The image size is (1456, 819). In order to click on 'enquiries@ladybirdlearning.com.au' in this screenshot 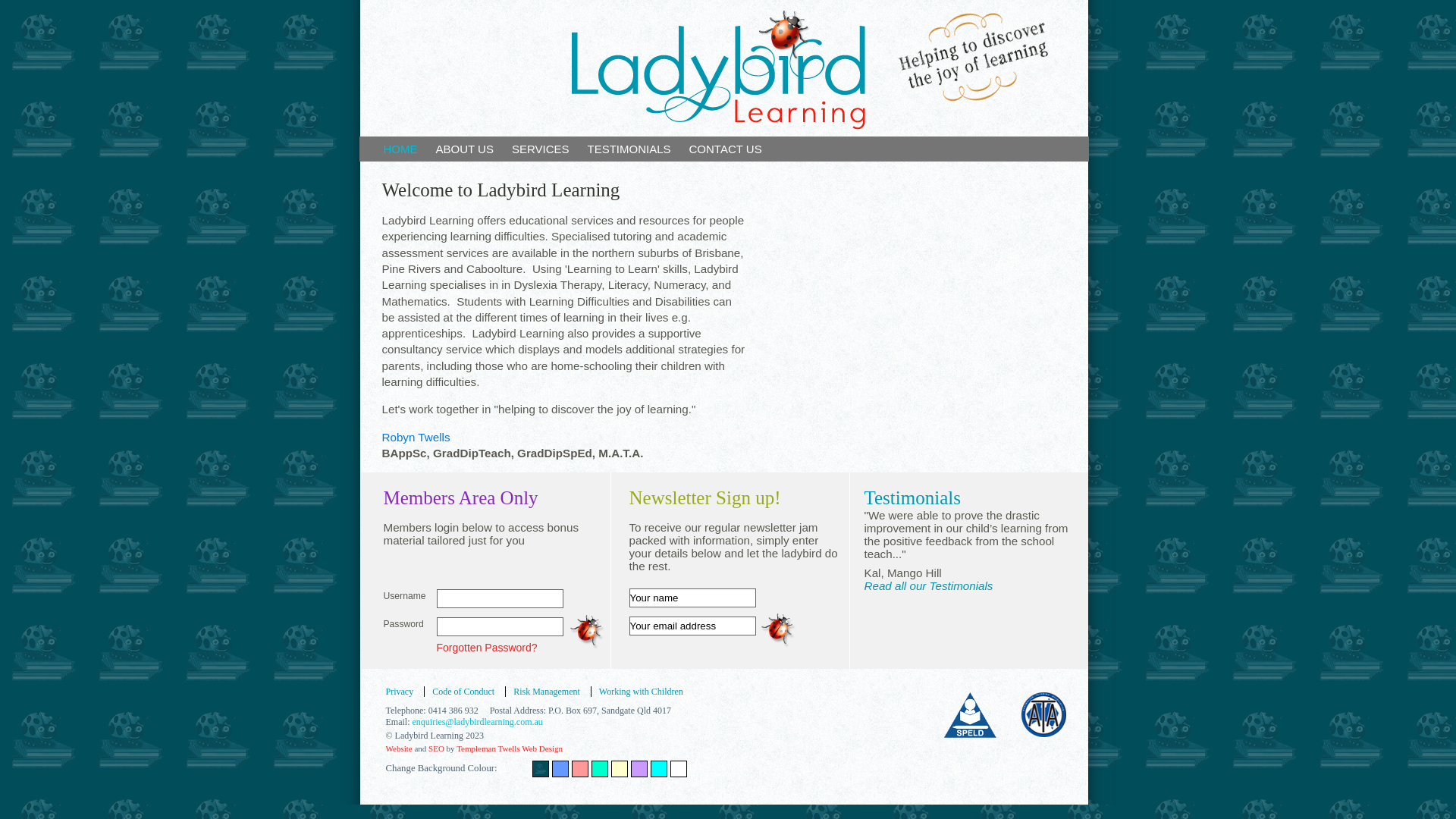, I will do `click(476, 721)`.